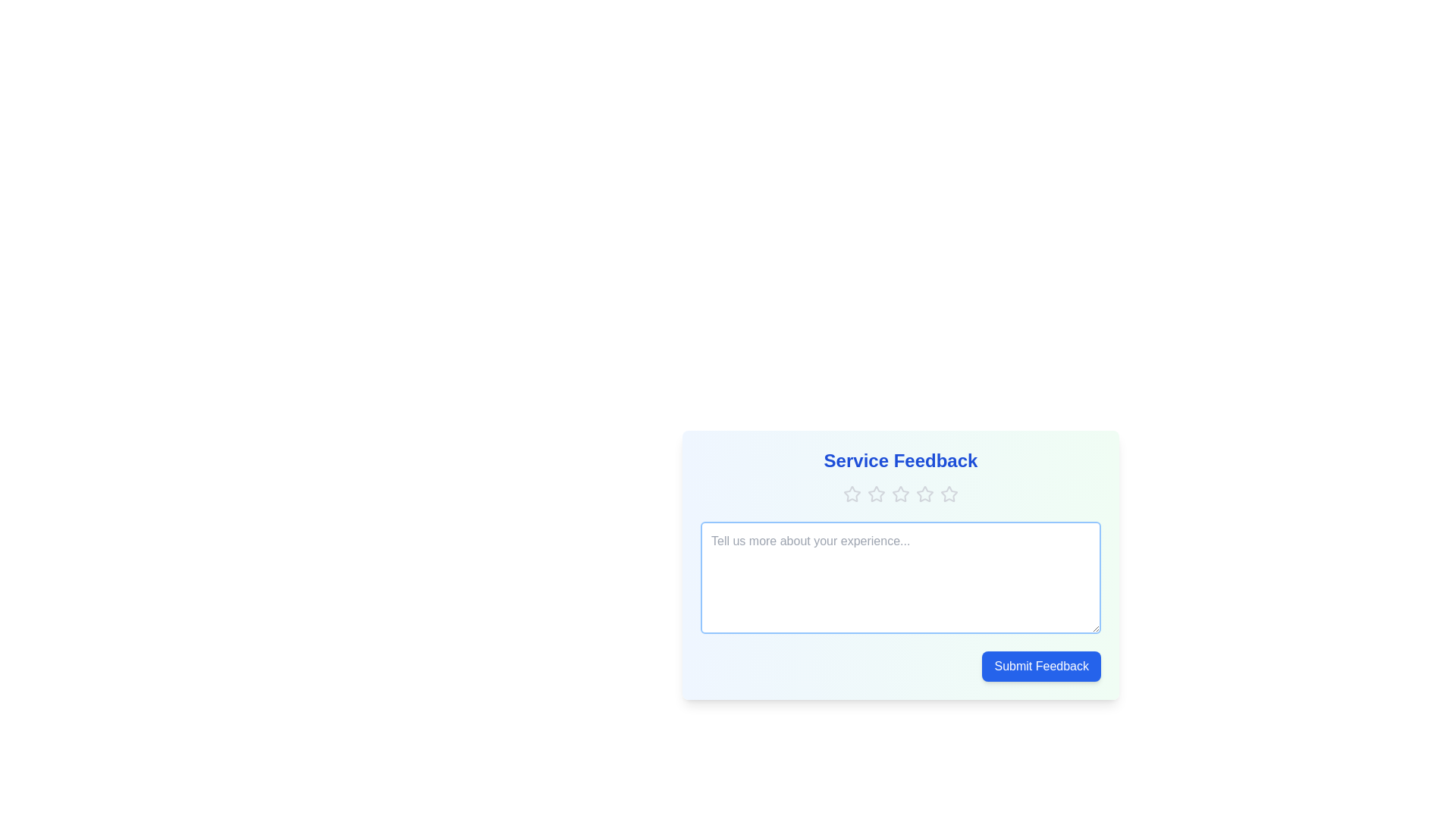 This screenshot has width=1456, height=819. I want to click on the feedback text area to focus on it, so click(901, 578).